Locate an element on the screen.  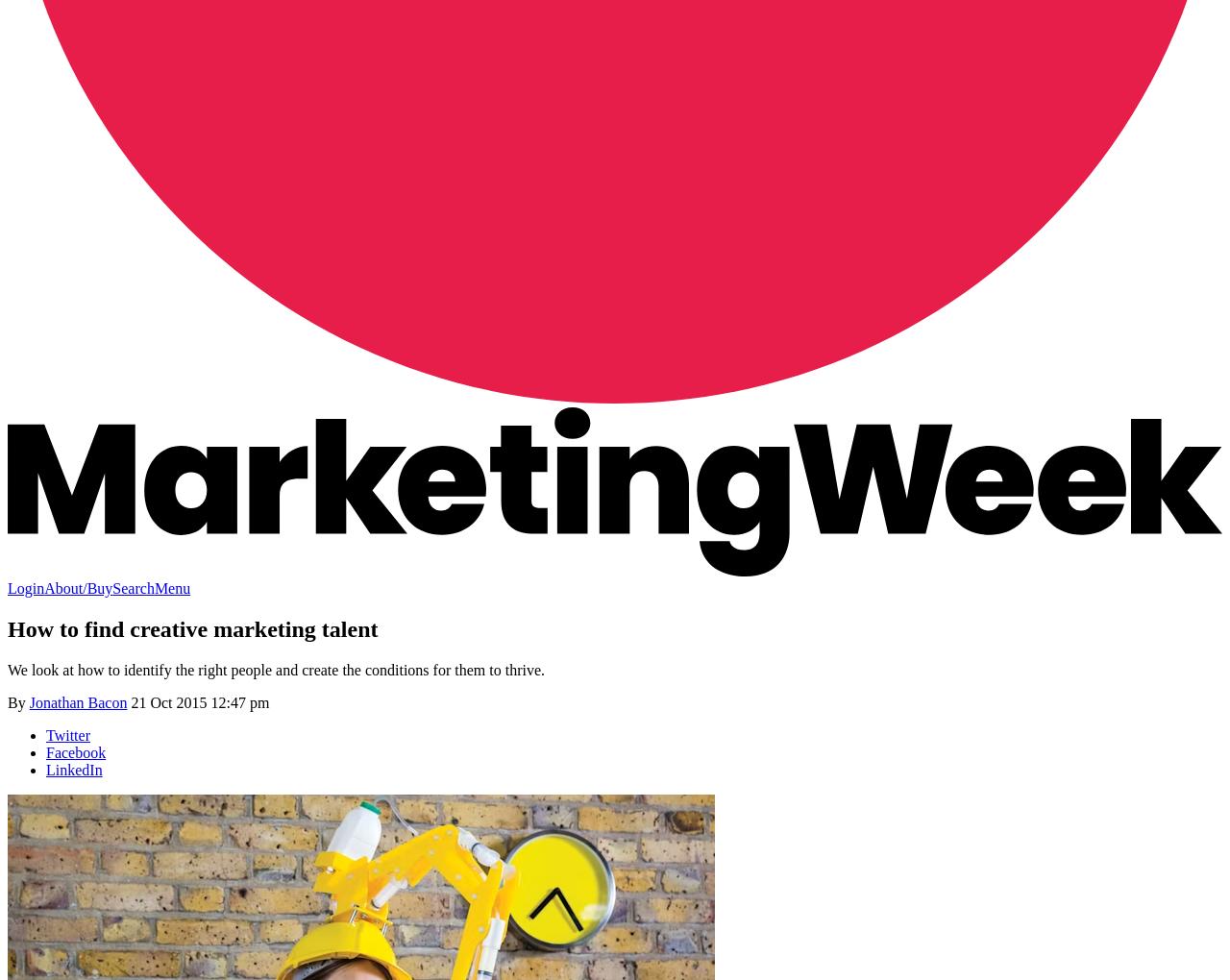
'How to find creative marketing talent' is located at coordinates (8, 628).